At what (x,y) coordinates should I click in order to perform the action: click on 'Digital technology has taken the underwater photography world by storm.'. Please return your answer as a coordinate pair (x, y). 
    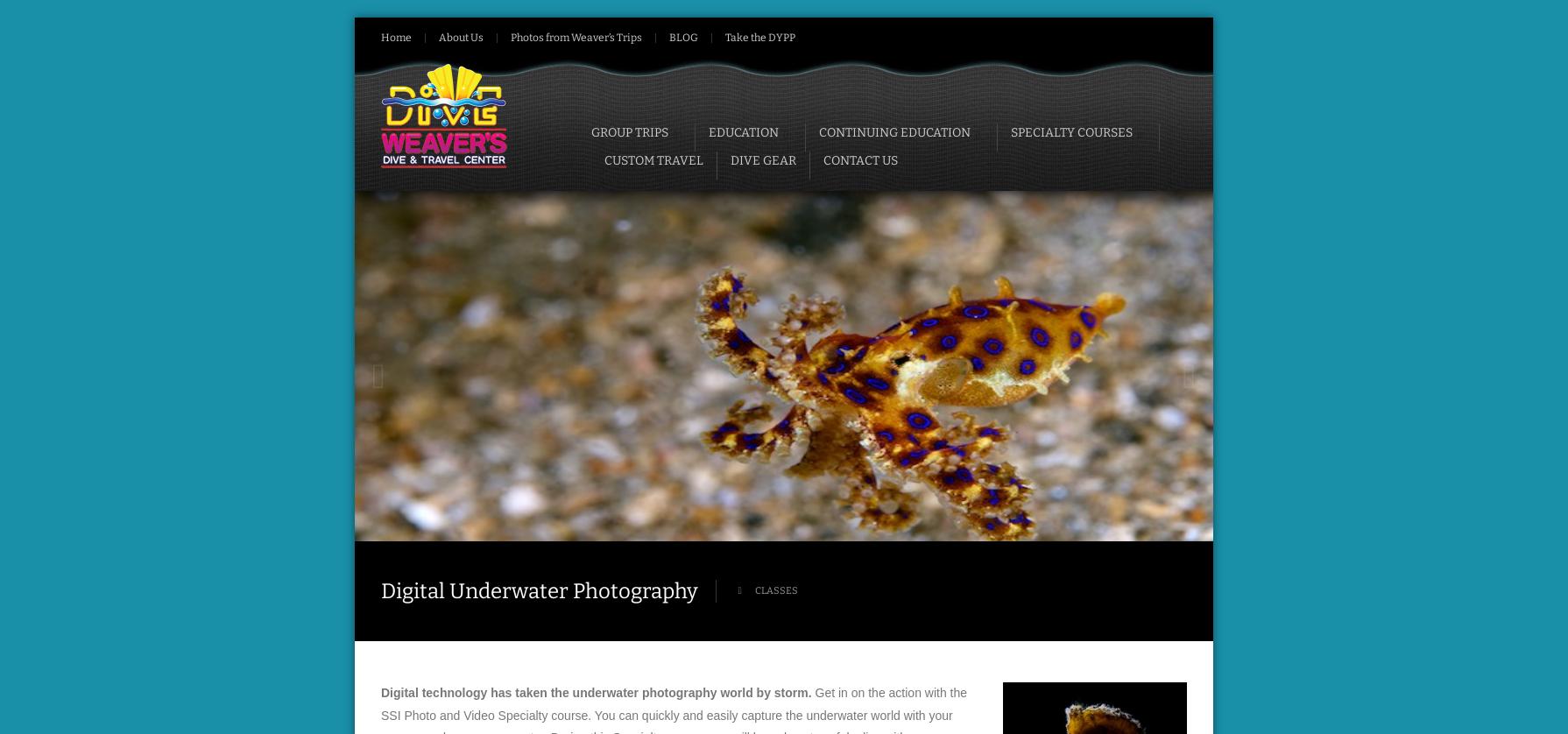
    Looking at the image, I should click on (595, 691).